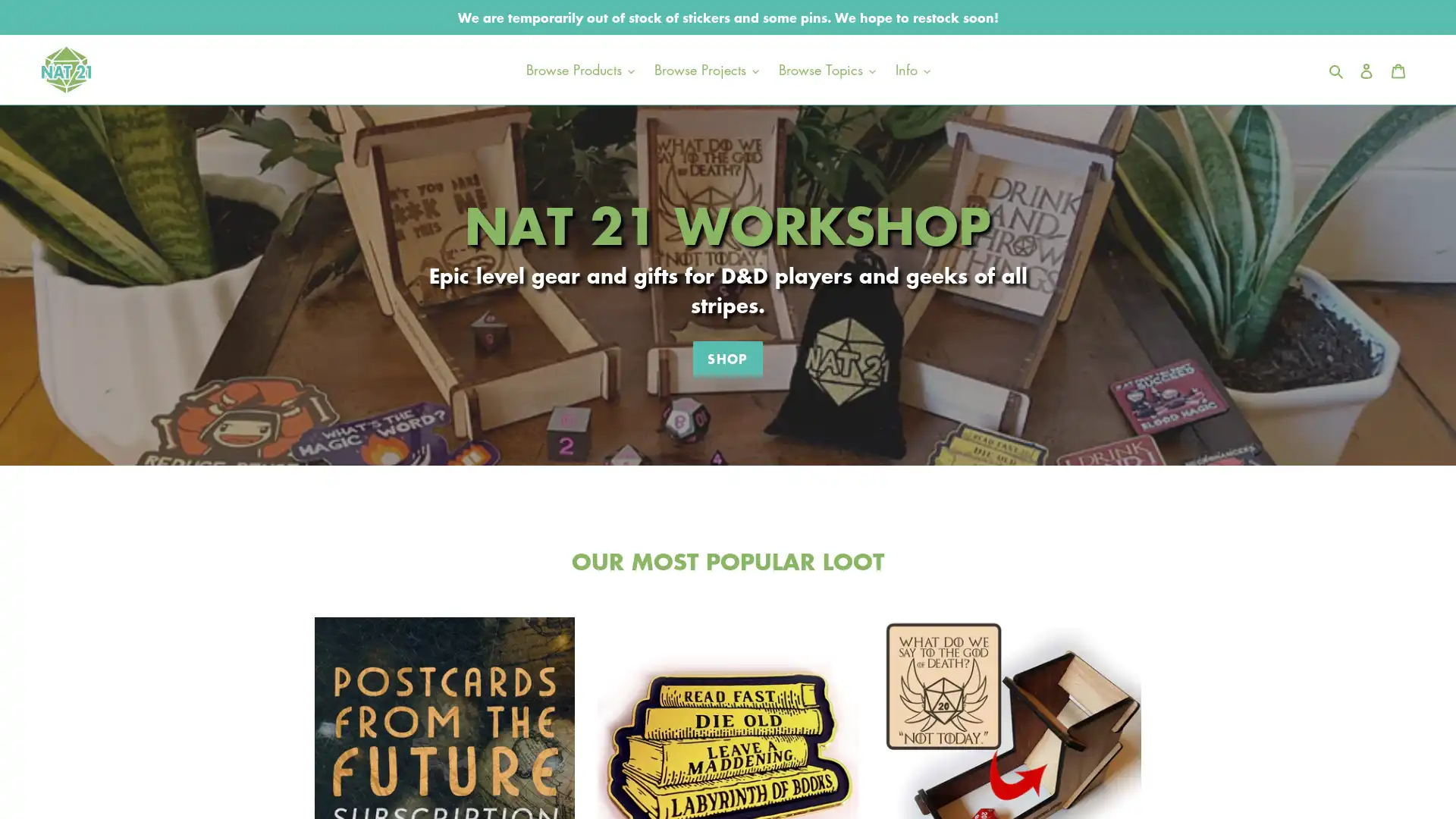 The image size is (1456, 819). Describe the element at coordinates (912, 69) in the screenshot. I see `Info` at that location.